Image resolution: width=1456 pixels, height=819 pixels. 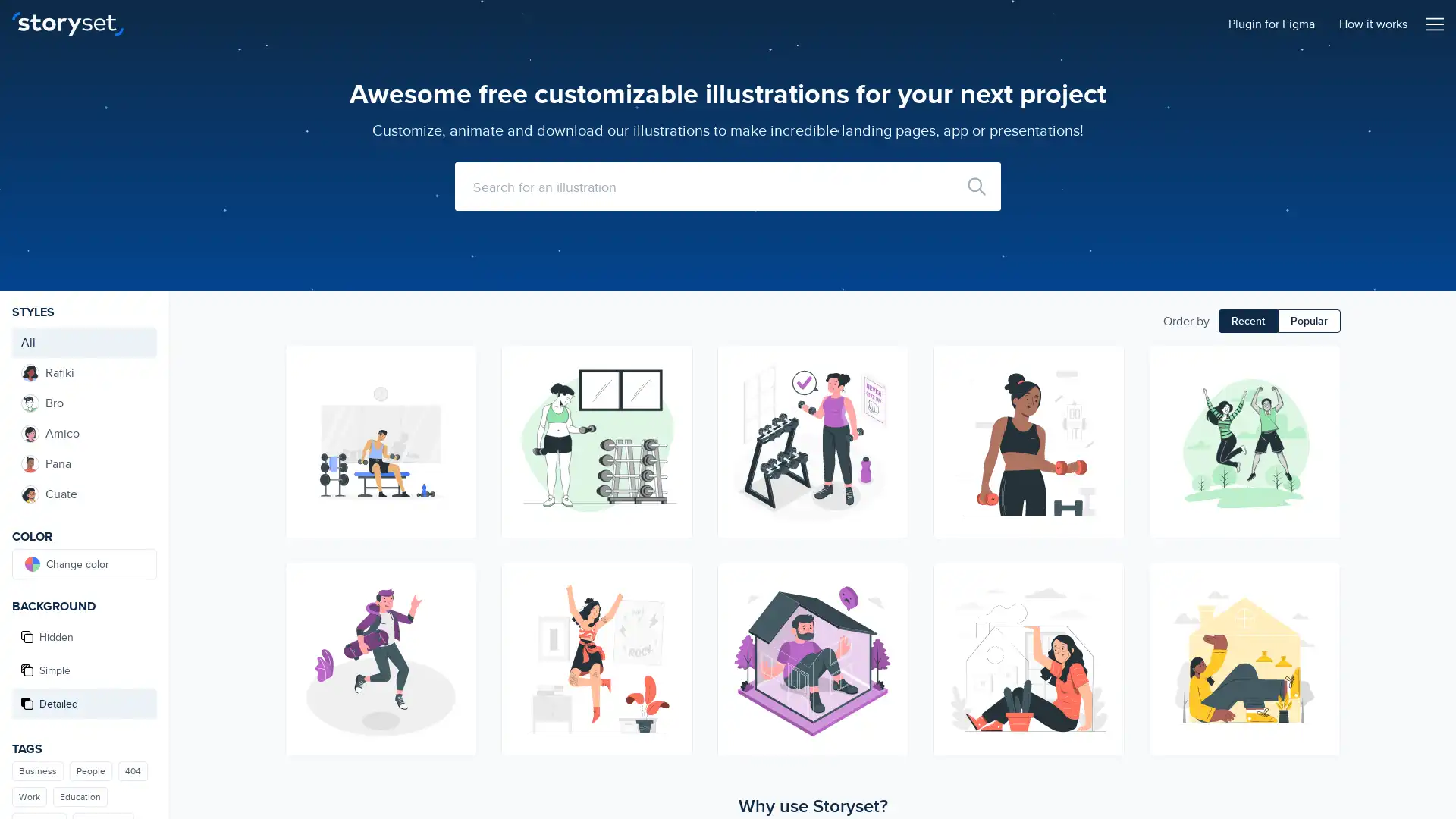 I want to click on wand icon Animate, so click(x=1106, y=580).